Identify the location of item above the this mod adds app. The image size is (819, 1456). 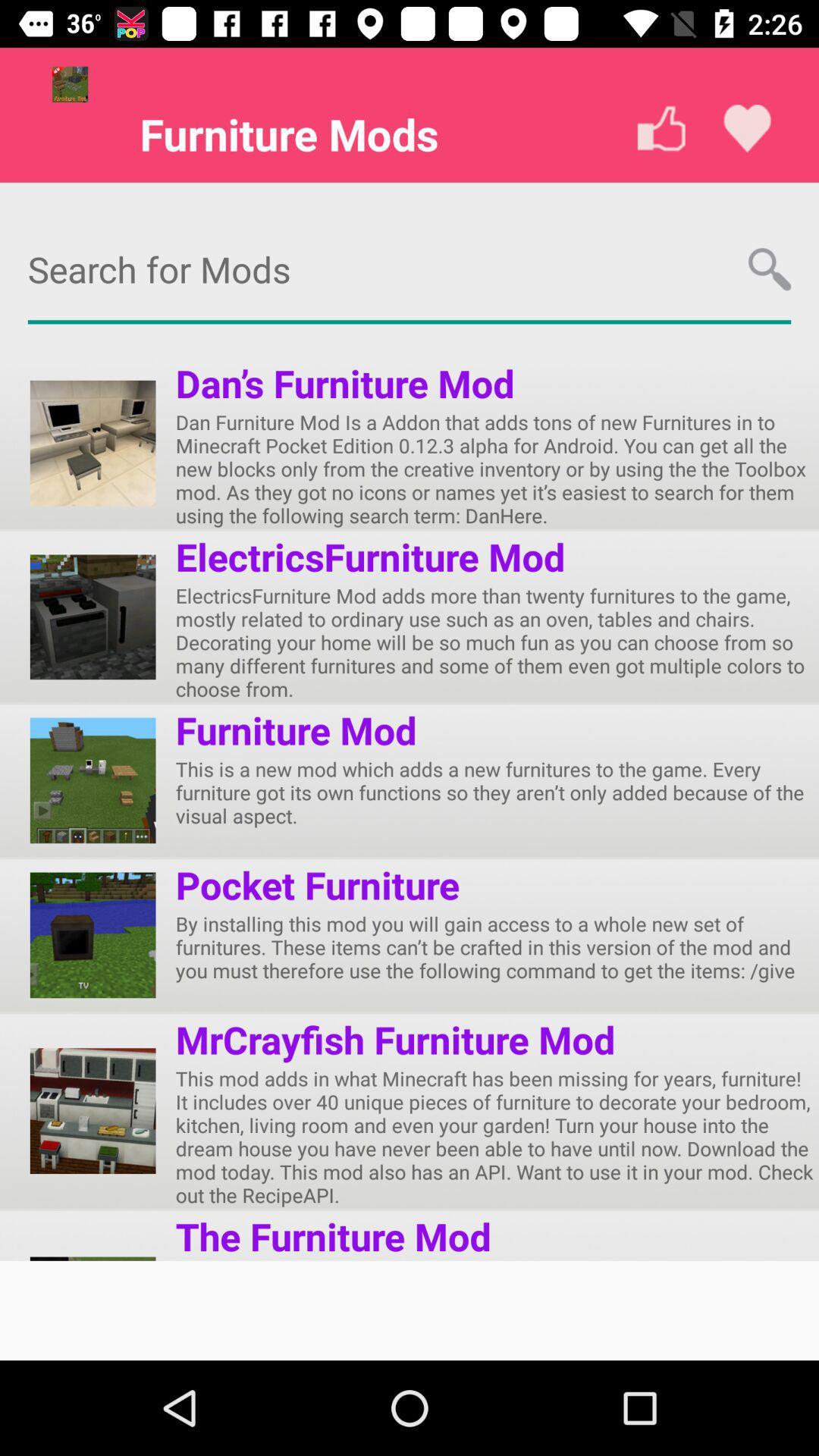
(394, 1039).